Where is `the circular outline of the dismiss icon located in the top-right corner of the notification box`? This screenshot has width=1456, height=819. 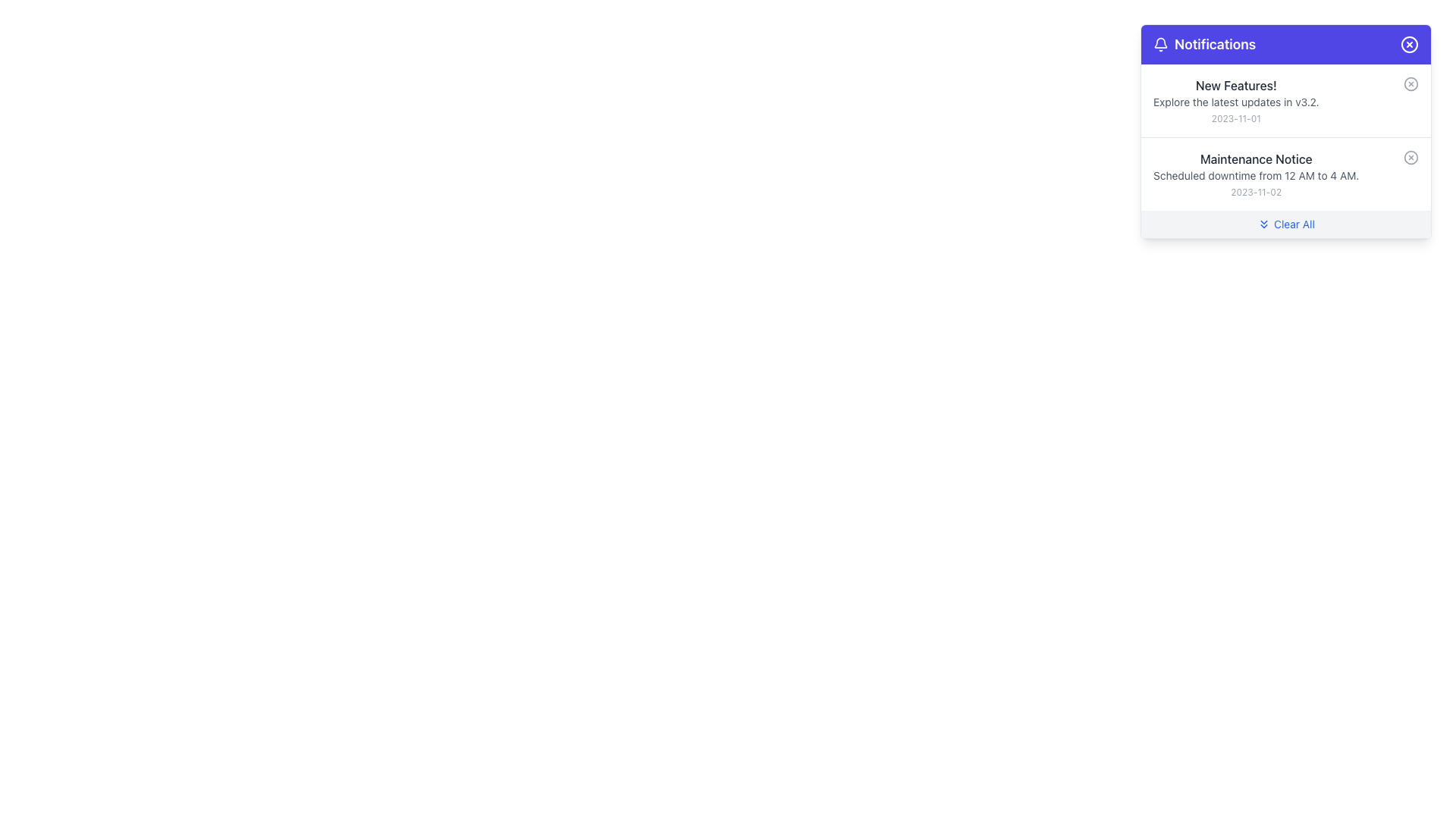 the circular outline of the dismiss icon located in the top-right corner of the notification box is located at coordinates (1408, 43).